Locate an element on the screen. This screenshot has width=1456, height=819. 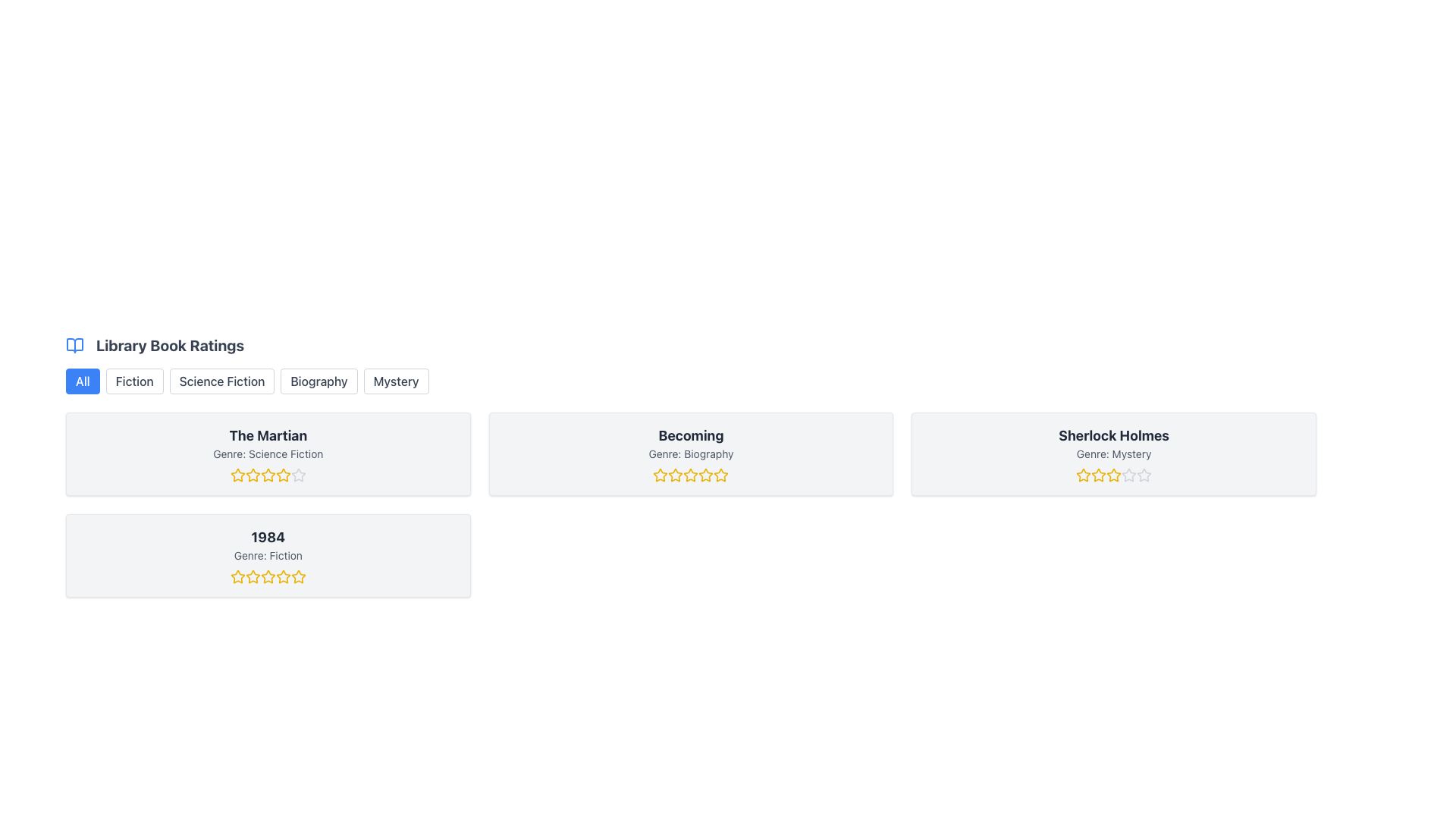
the third star icon in the five-star rating row for the book '1984', which serves as an interactive indicator for the book's rating is located at coordinates (298, 576).